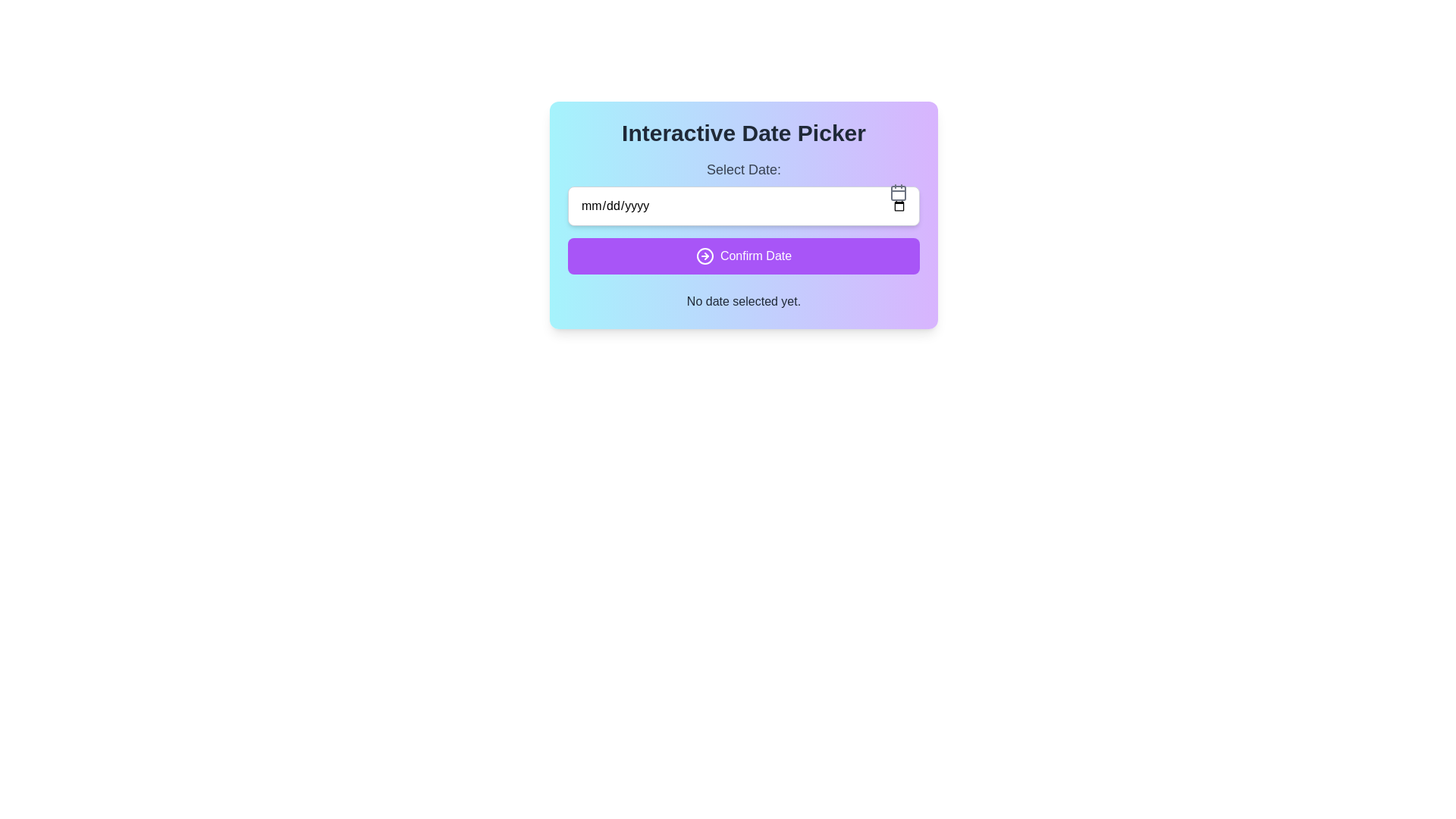 The width and height of the screenshot is (1456, 819). I want to click on the text label that displays 'Select Date:' which is positioned at the top of the date picker interface, so click(743, 169).